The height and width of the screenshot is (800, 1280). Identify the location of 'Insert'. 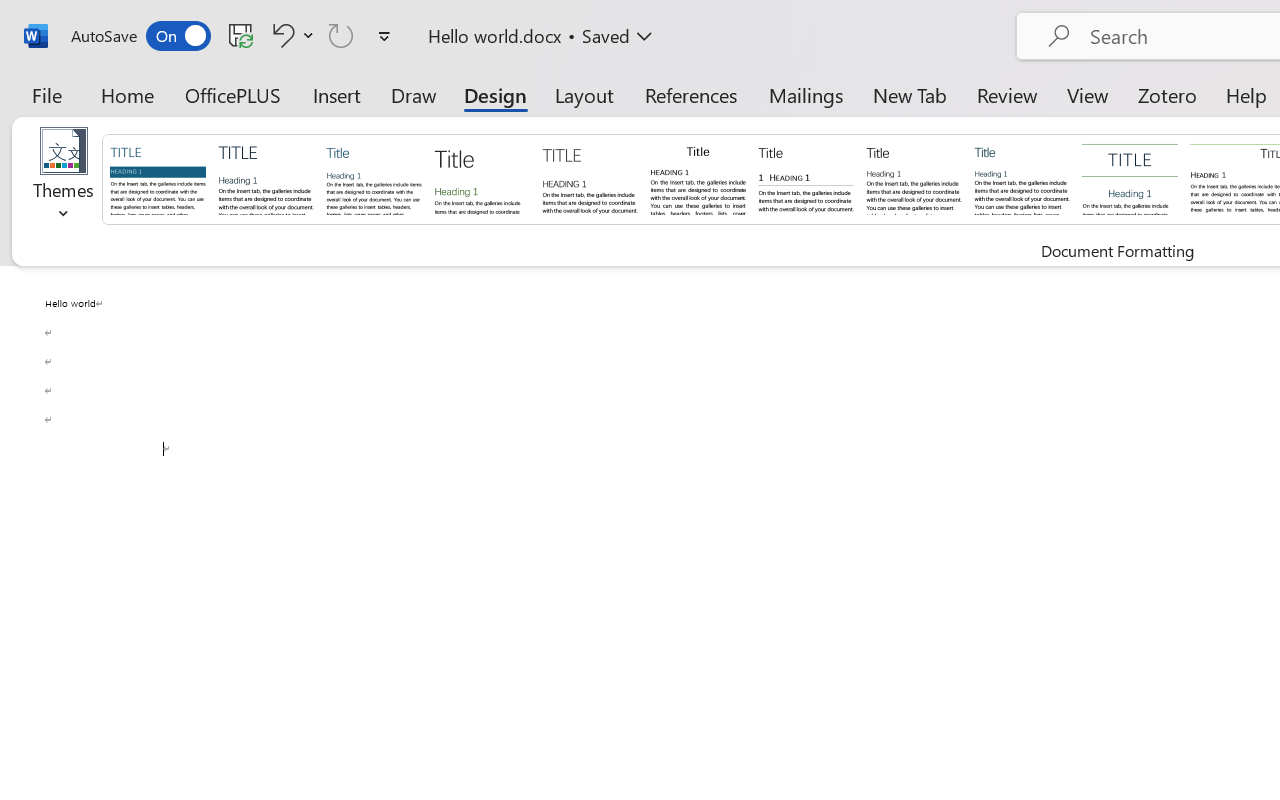
(337, 94).